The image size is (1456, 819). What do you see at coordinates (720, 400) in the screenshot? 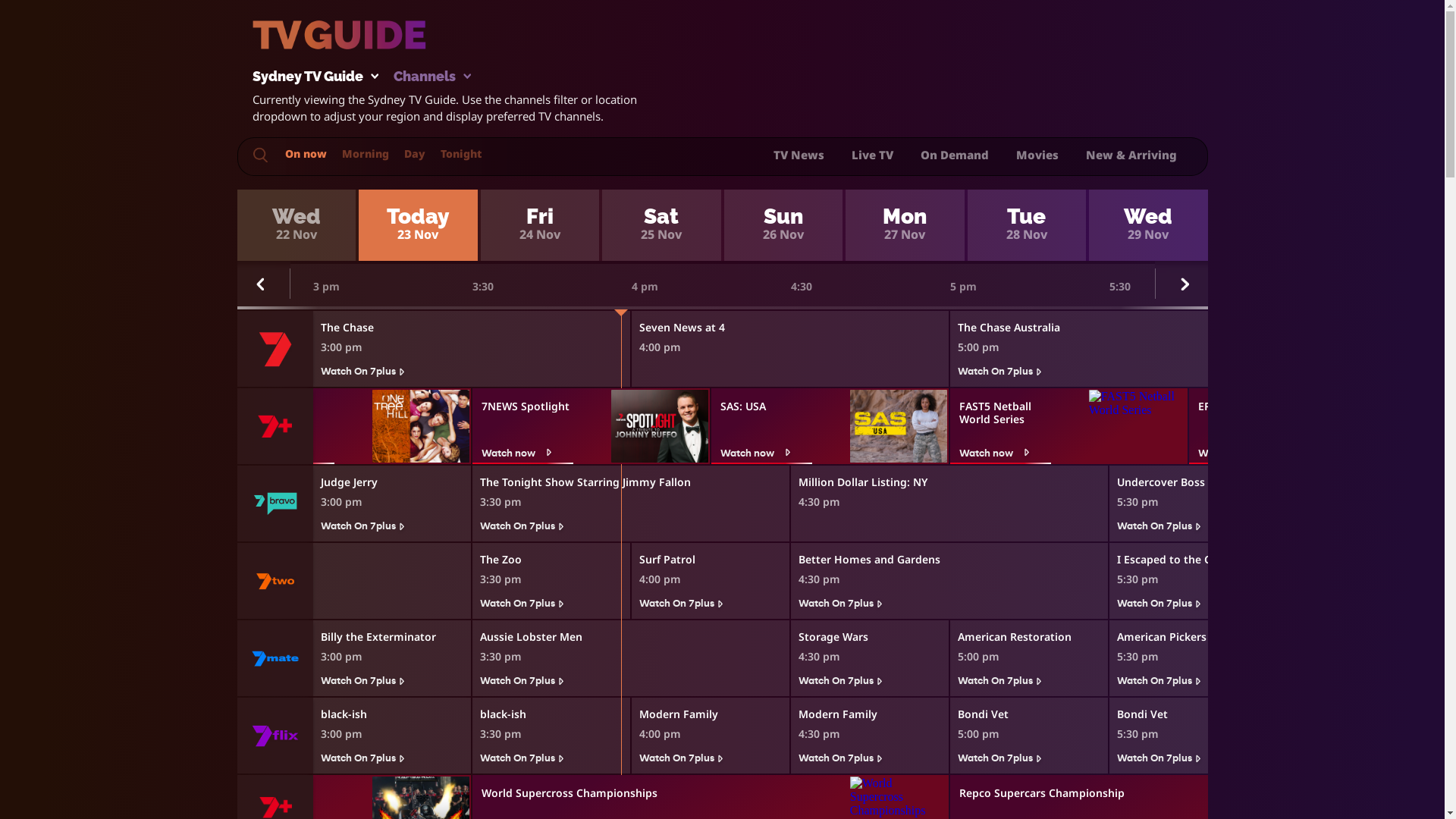
I see `'SAS: USA'` at bounding box center [720, 400].